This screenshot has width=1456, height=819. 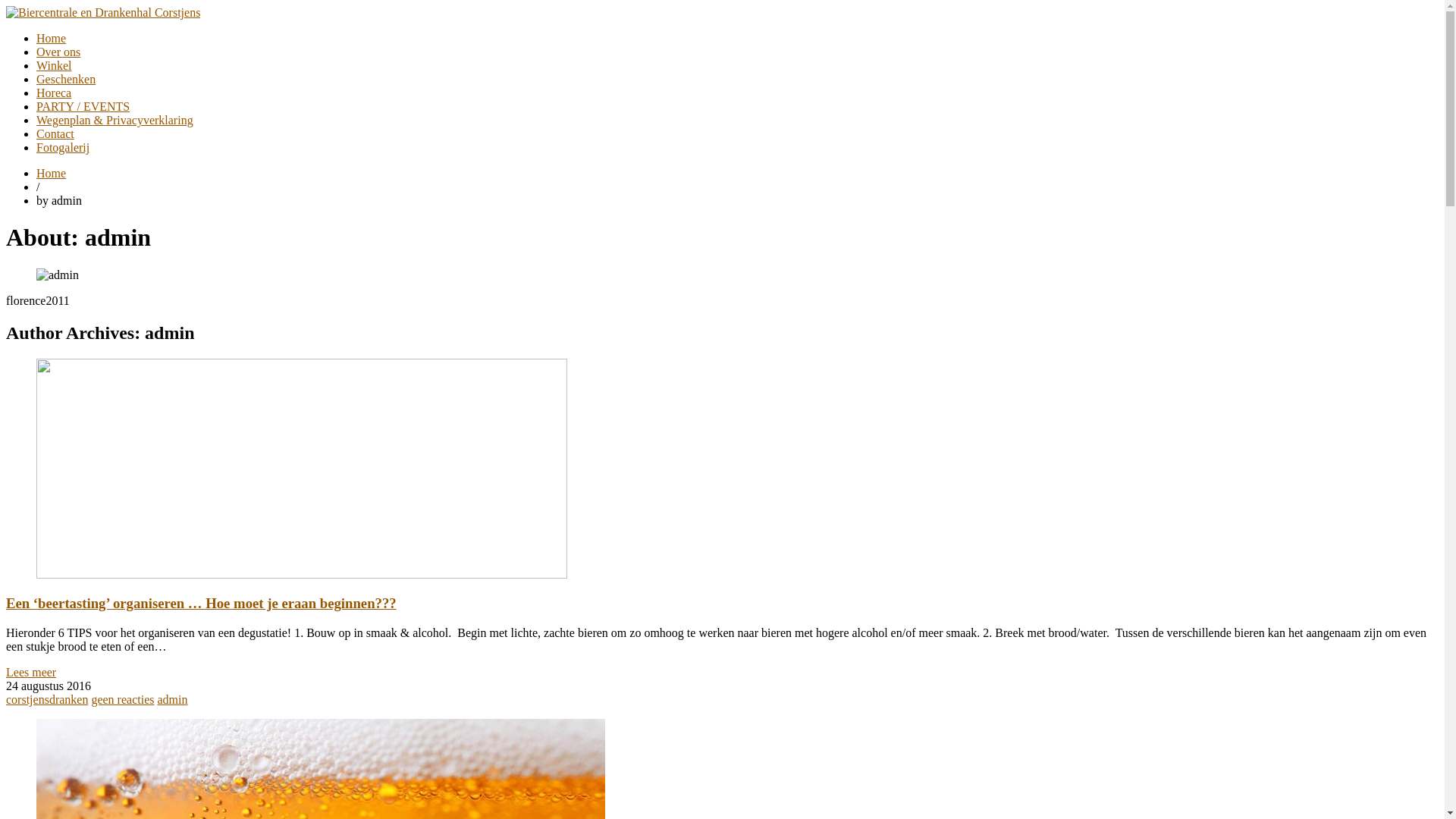 What do you see at coordinates (54, 93) in the screenshot?
I see `'Horeca'` at bounding box center [54, 93].